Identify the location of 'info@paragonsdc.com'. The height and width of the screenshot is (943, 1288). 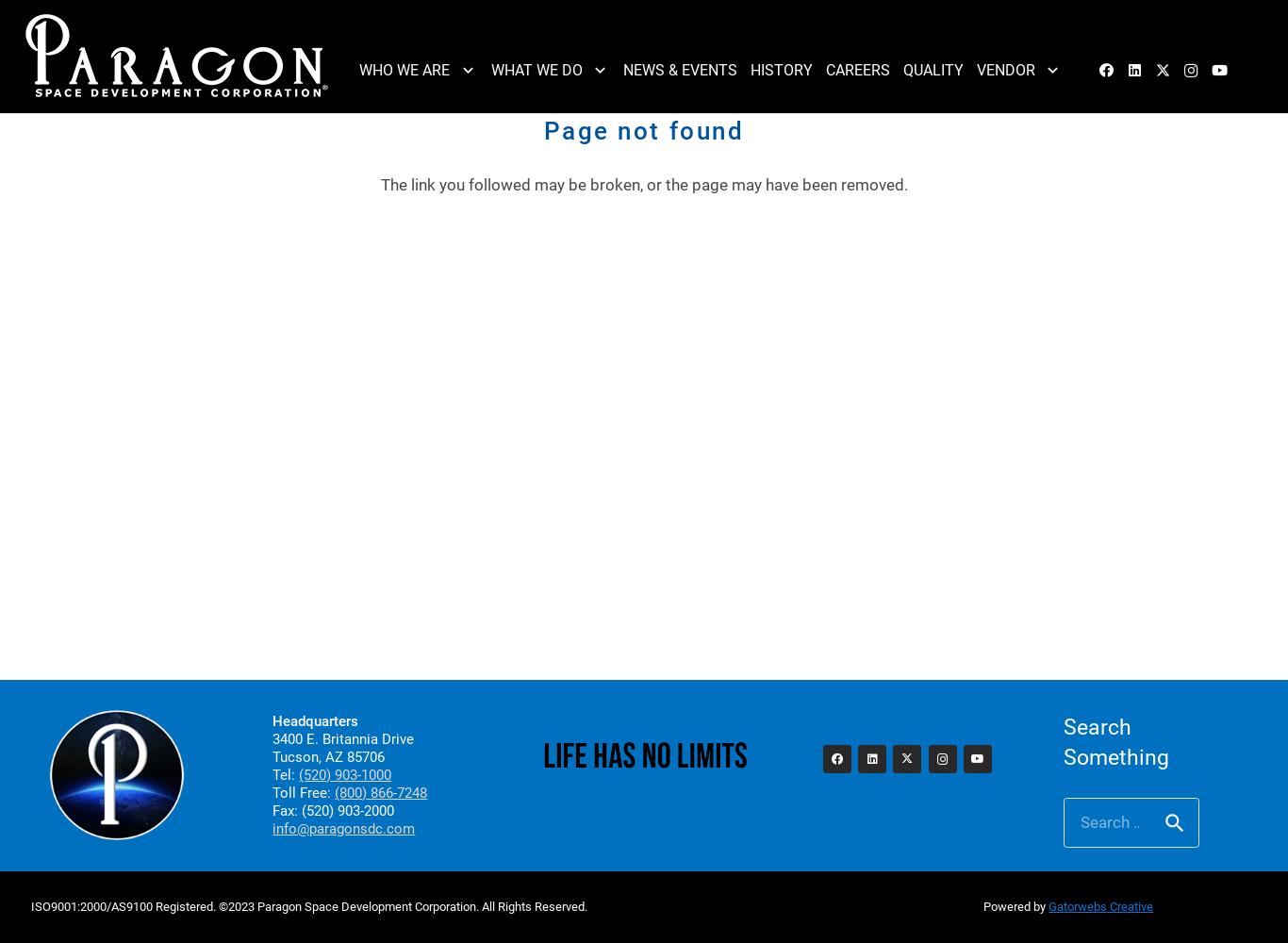
(342, 829).